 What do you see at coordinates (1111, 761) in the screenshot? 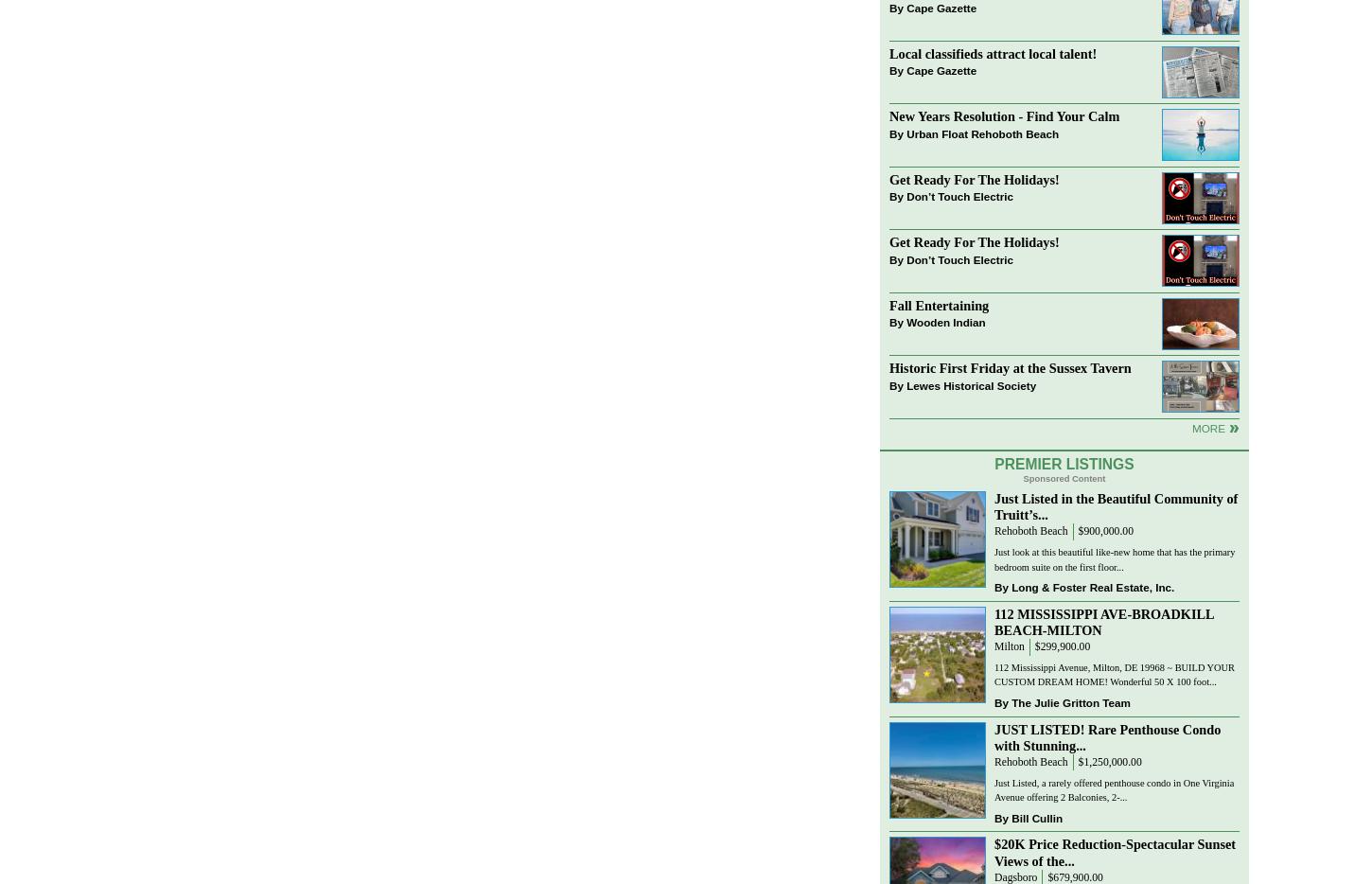
I see `'1,250,000.00'` at bounding box center [1111, 761].